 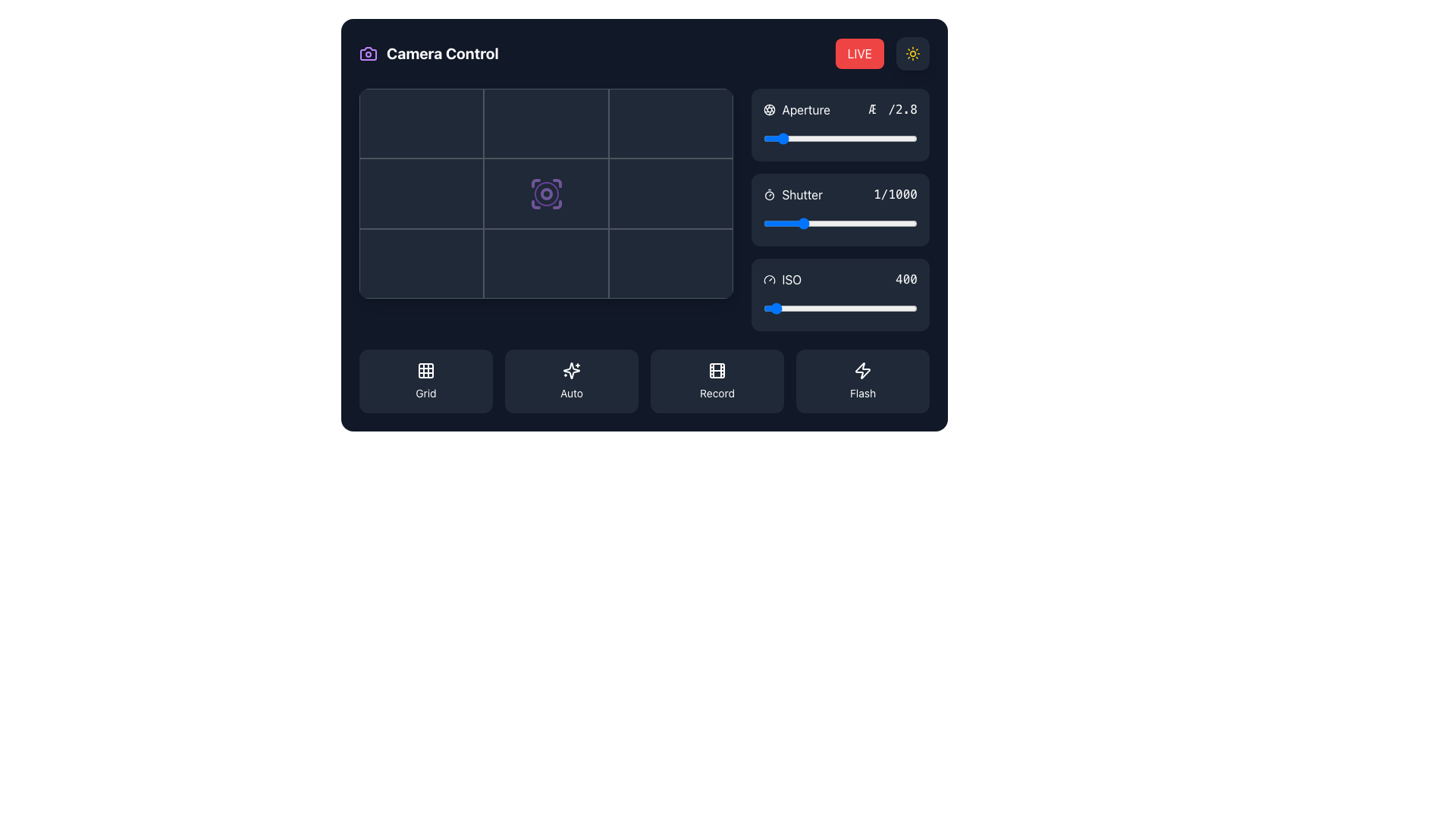 I want to click on ISO value, so click(x=780, y=308).